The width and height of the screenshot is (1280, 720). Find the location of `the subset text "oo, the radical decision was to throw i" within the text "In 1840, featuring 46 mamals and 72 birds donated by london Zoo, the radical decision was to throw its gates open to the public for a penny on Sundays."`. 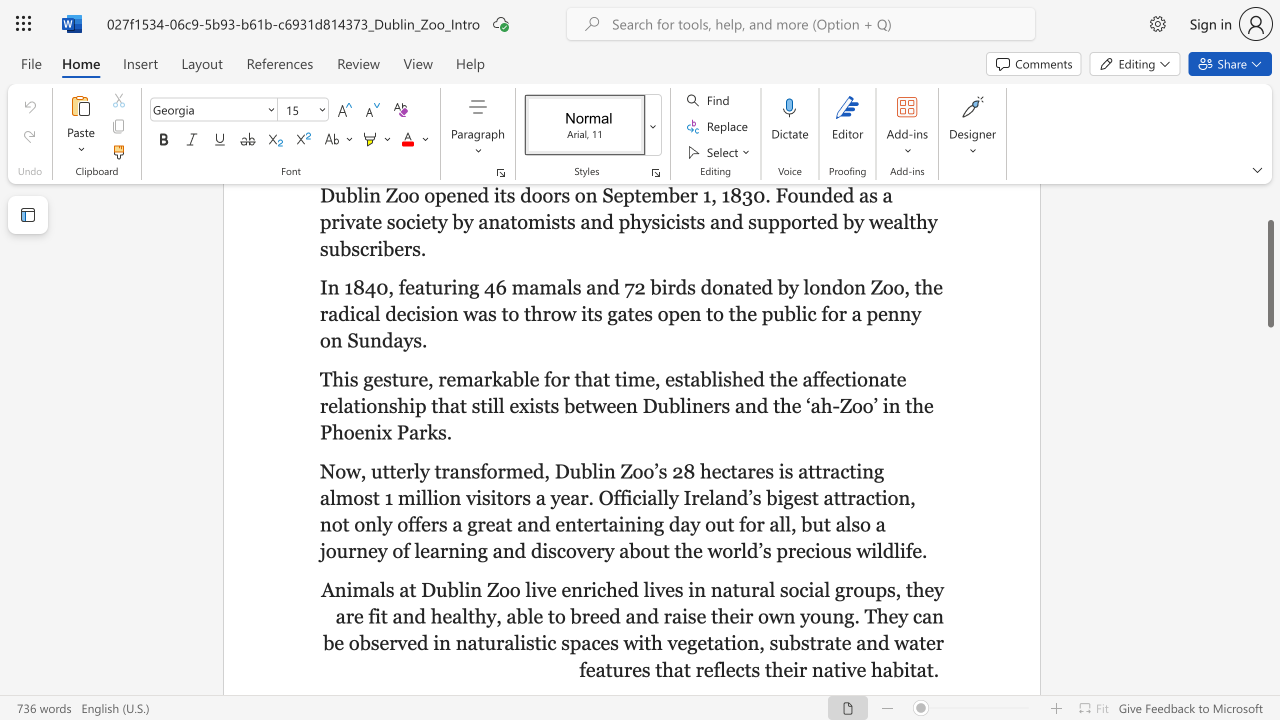

the subset text "oo, the radical decision was to throw i" within the text "In 1840, featuring 46 mamals and 72 birds donated by london Zoo, the radical decision was to throw its gates open to the public for a penny on Sundays." is located at coordinates (881, 287).